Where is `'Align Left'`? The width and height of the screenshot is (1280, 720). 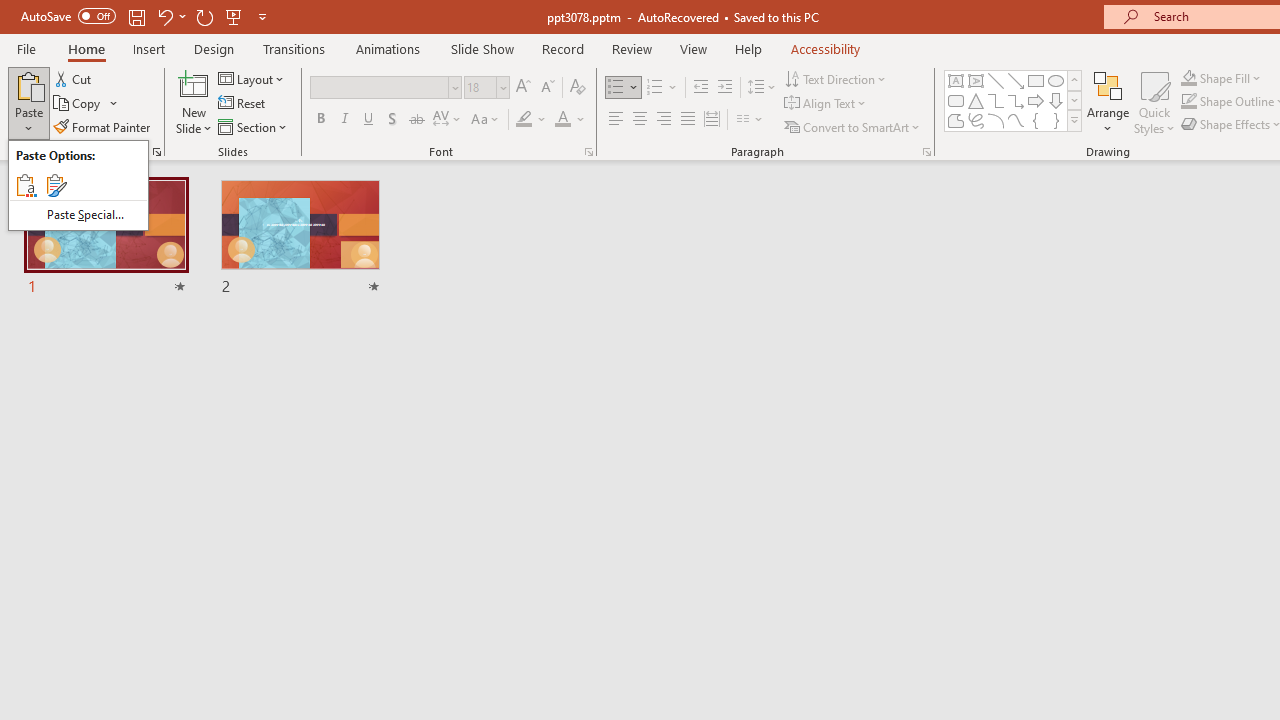
'Align Left' is located at coordinates (615, 119).